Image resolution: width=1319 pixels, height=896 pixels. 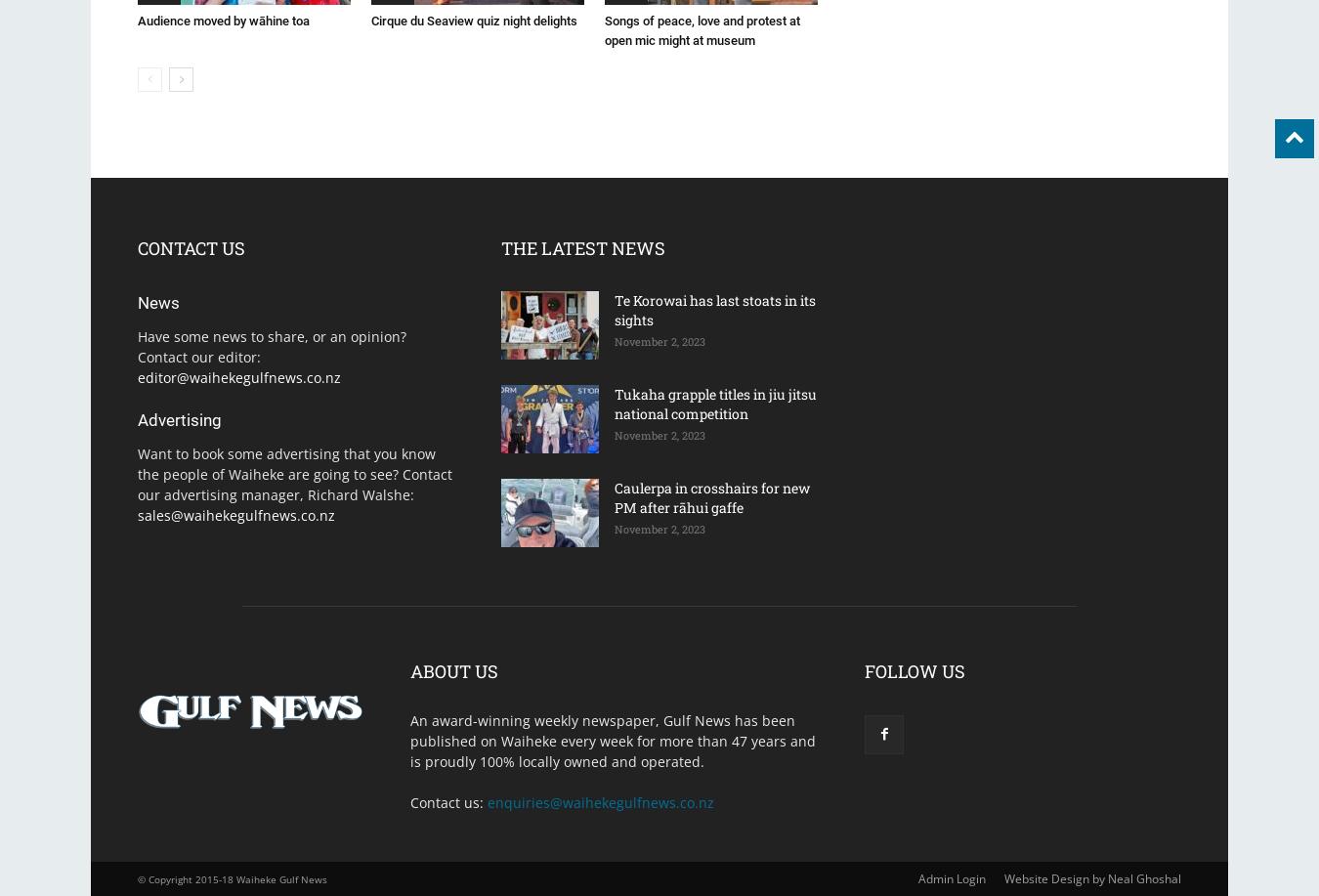 What do you see at coordinates (702, 30) in the screenshot?
I see `'Songs of peace, love and protest  at open mic might at museum'` at bounding box center [702, 30].